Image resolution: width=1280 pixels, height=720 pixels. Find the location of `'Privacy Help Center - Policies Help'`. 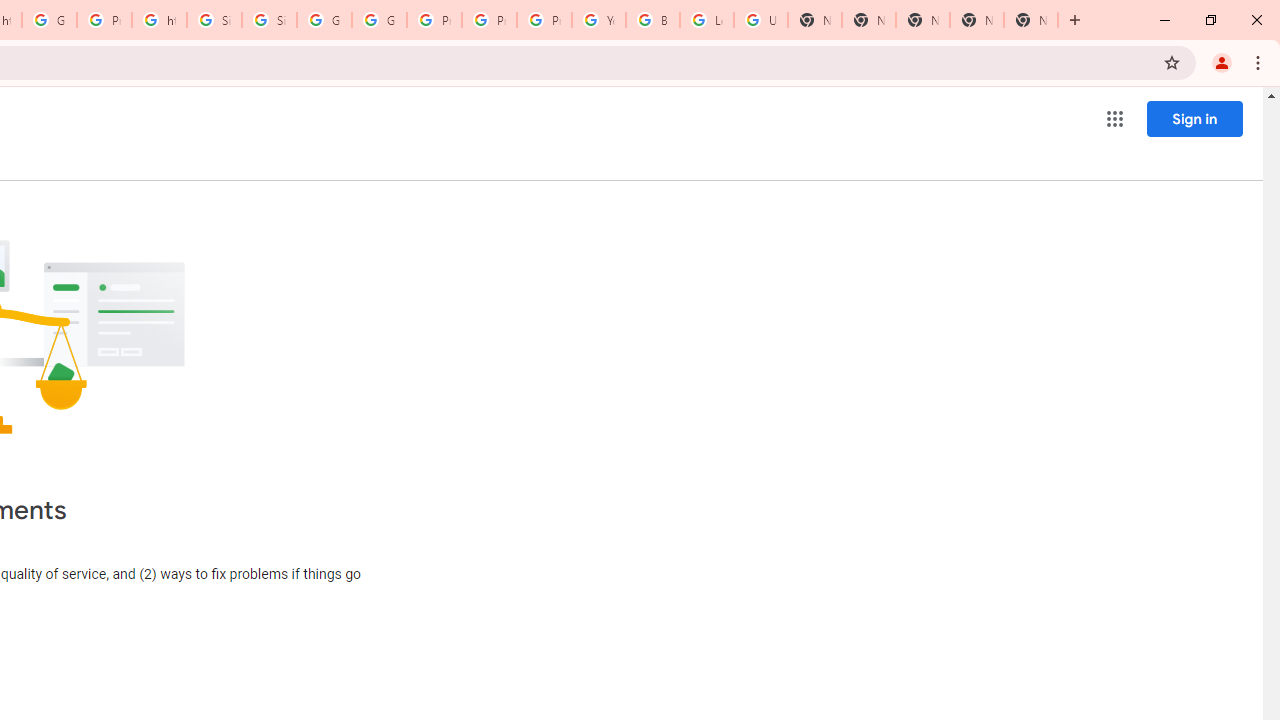

'Privacy Help Center - Policies Help' is located at coordinates (433, 20).